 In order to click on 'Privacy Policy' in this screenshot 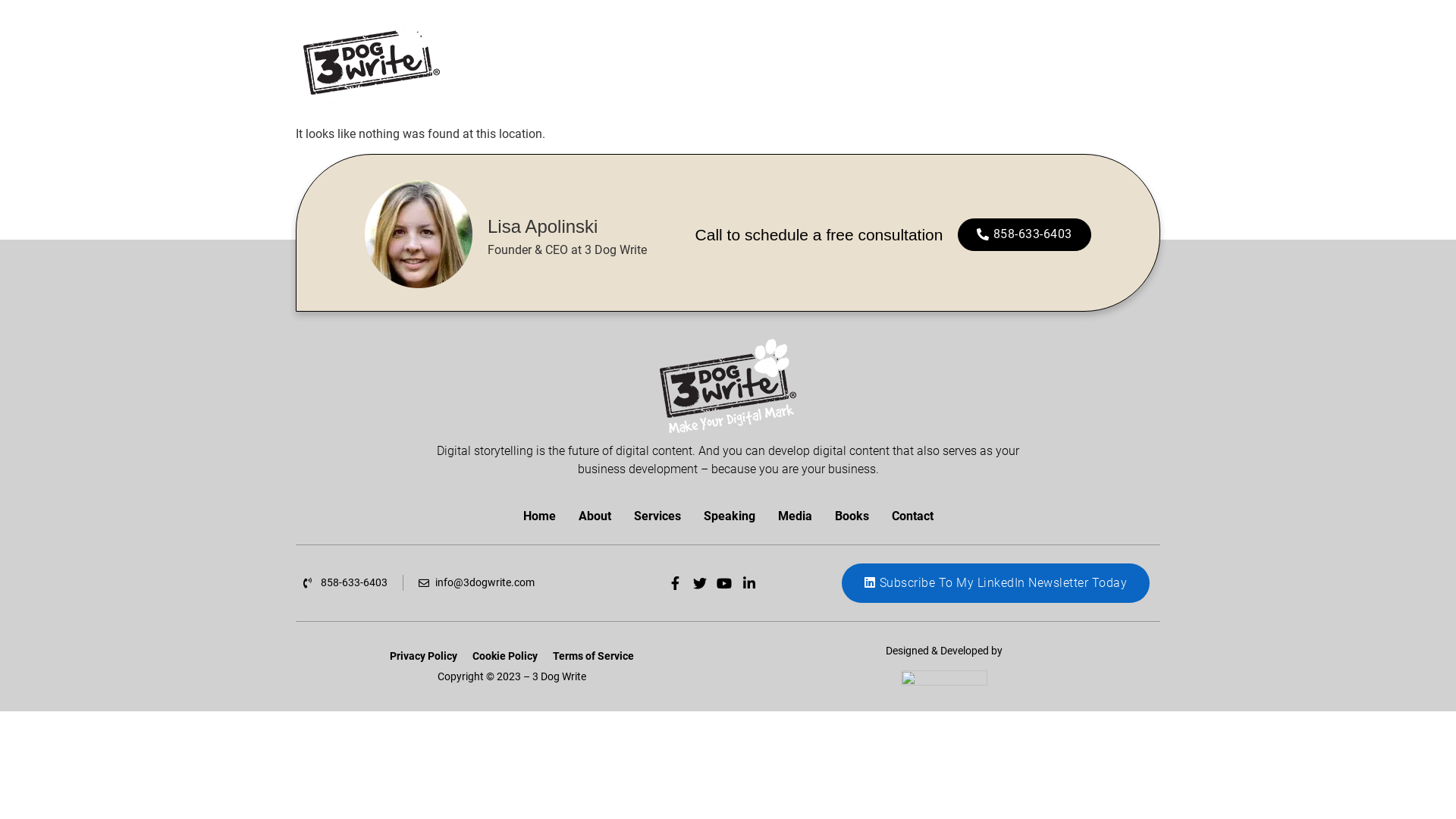, I will do `click(423, 654)`.